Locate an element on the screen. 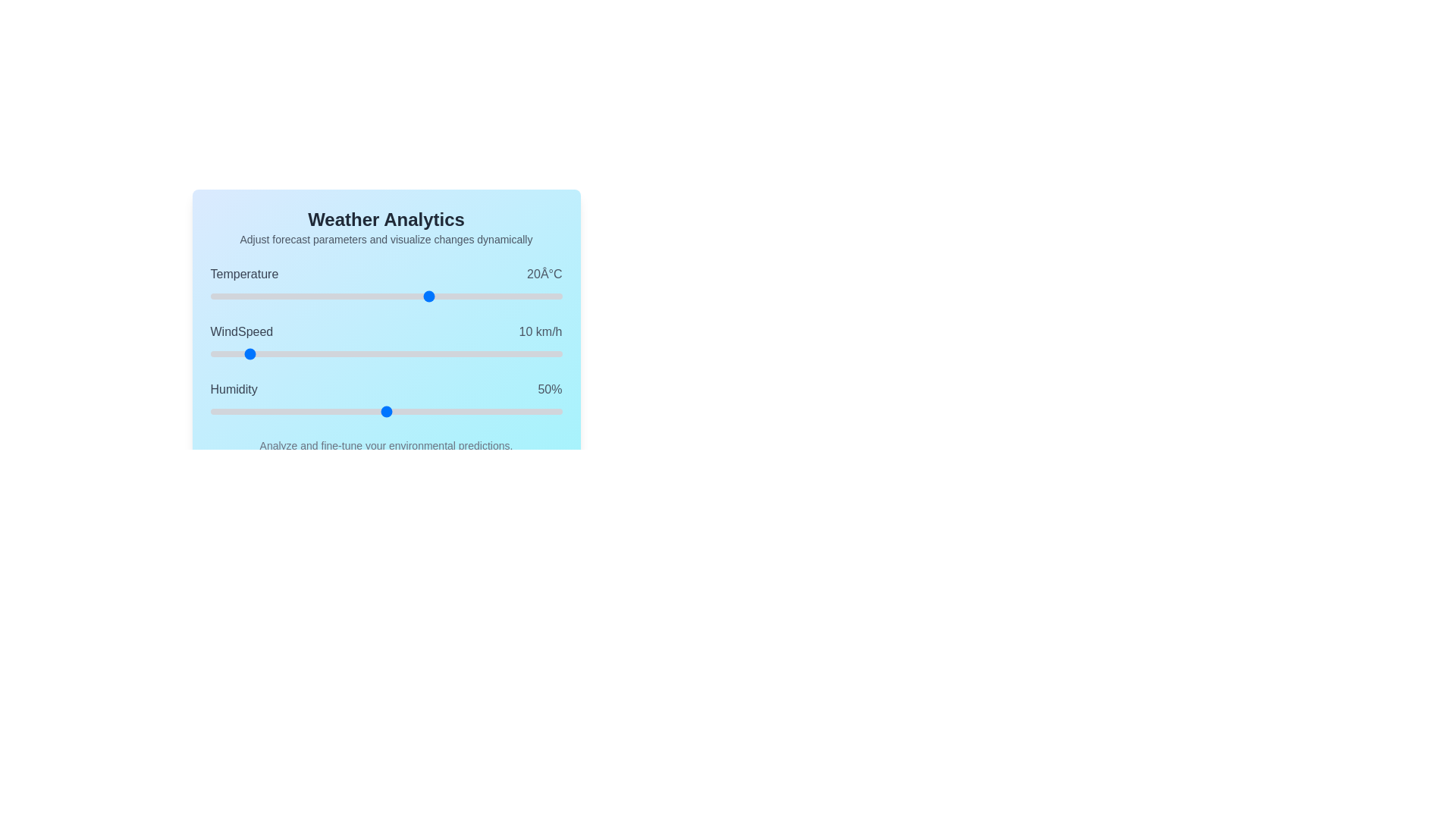 Image resolution: width=1456 pixels, height=819 pixels. the temperature slider to set the value to 7°C is located at coordinates (373, 296).